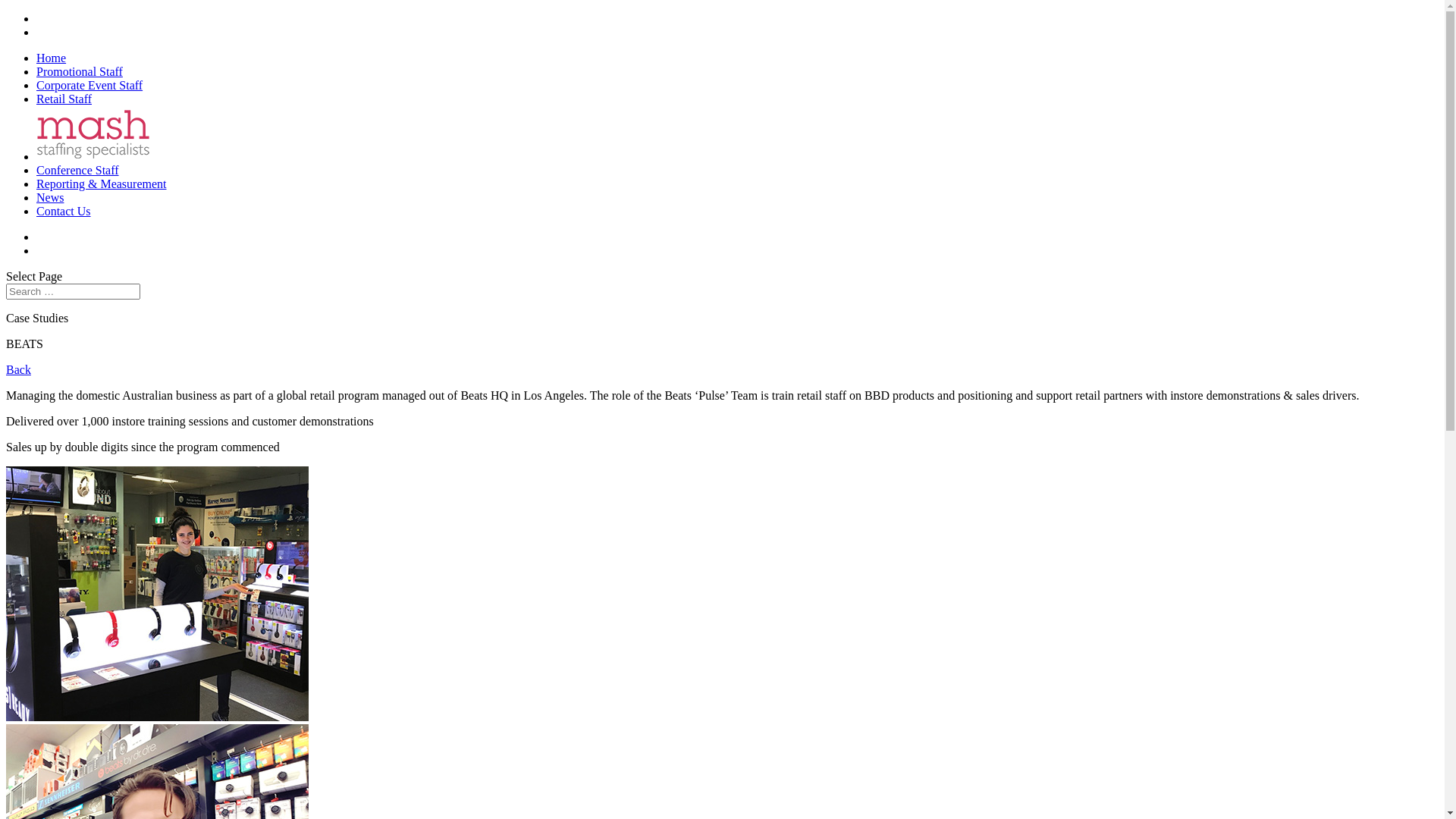 This screenshot has width=1456, height=819. I want to click on 'Reporting & Measurement', so click(36, 183).